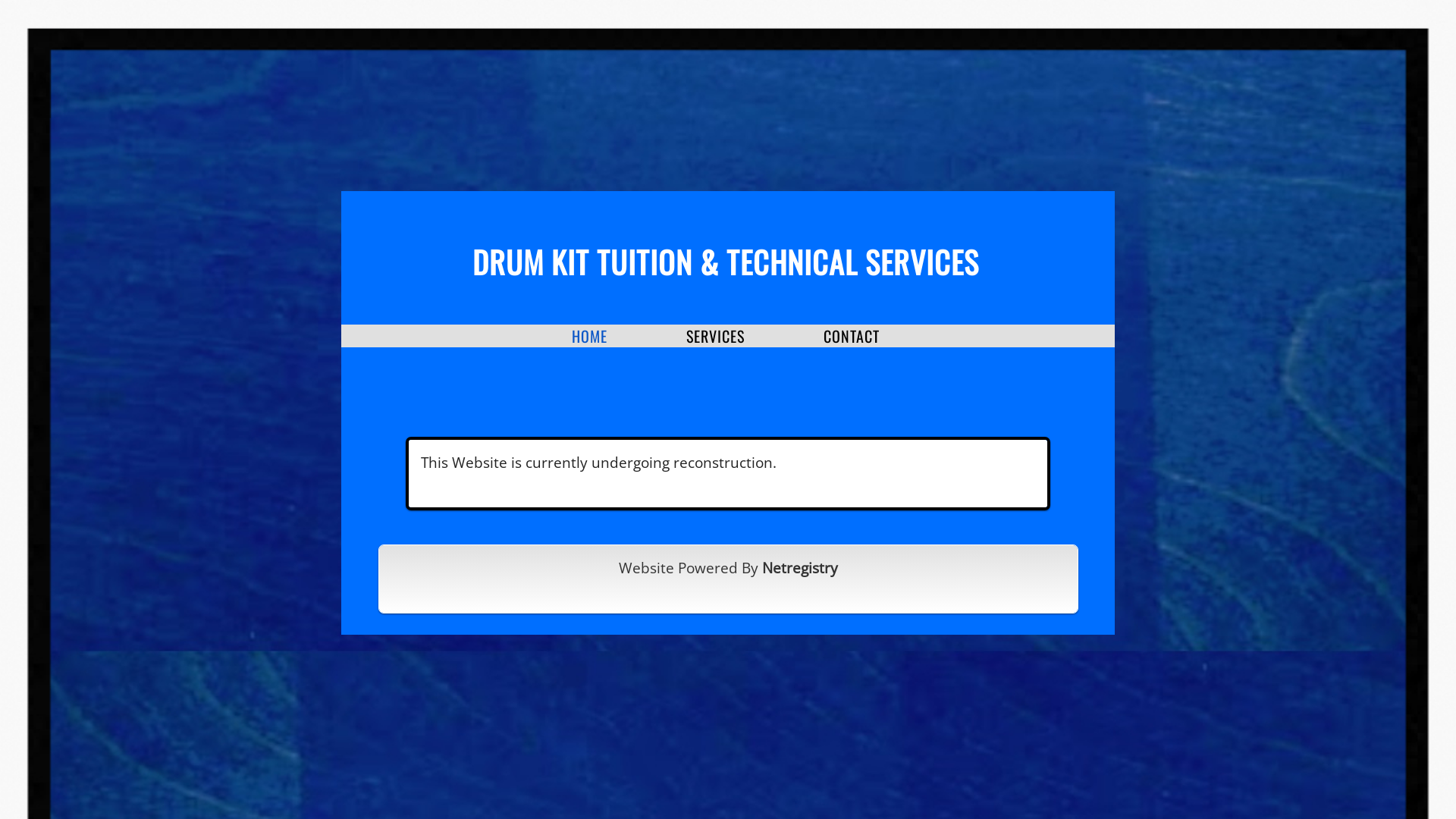  Describe the element at coordinates (686, 335) in the screenshot. I see `'SERVICES'` at that location.